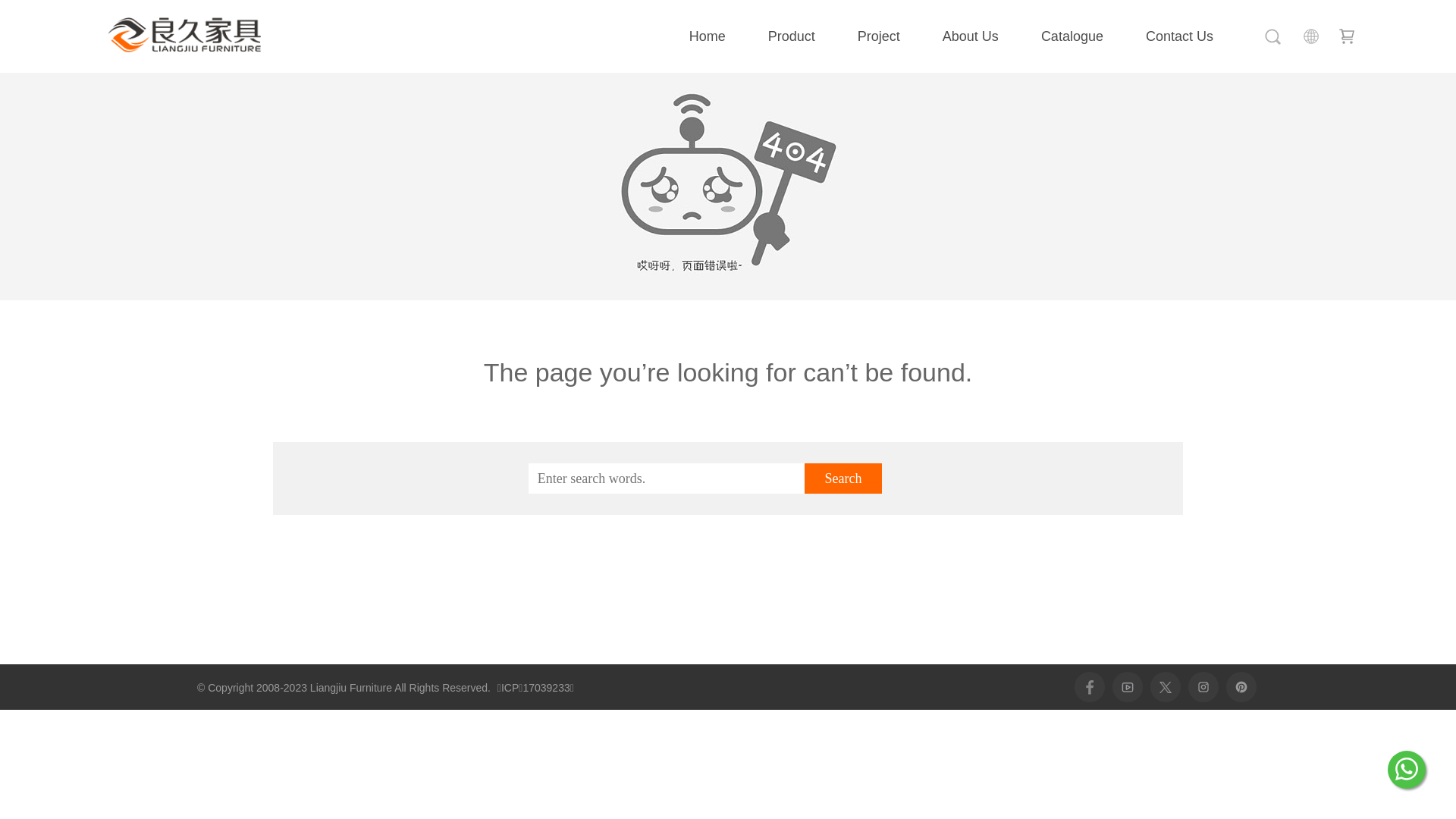  I want to click on 'Project', so click(852, 35).